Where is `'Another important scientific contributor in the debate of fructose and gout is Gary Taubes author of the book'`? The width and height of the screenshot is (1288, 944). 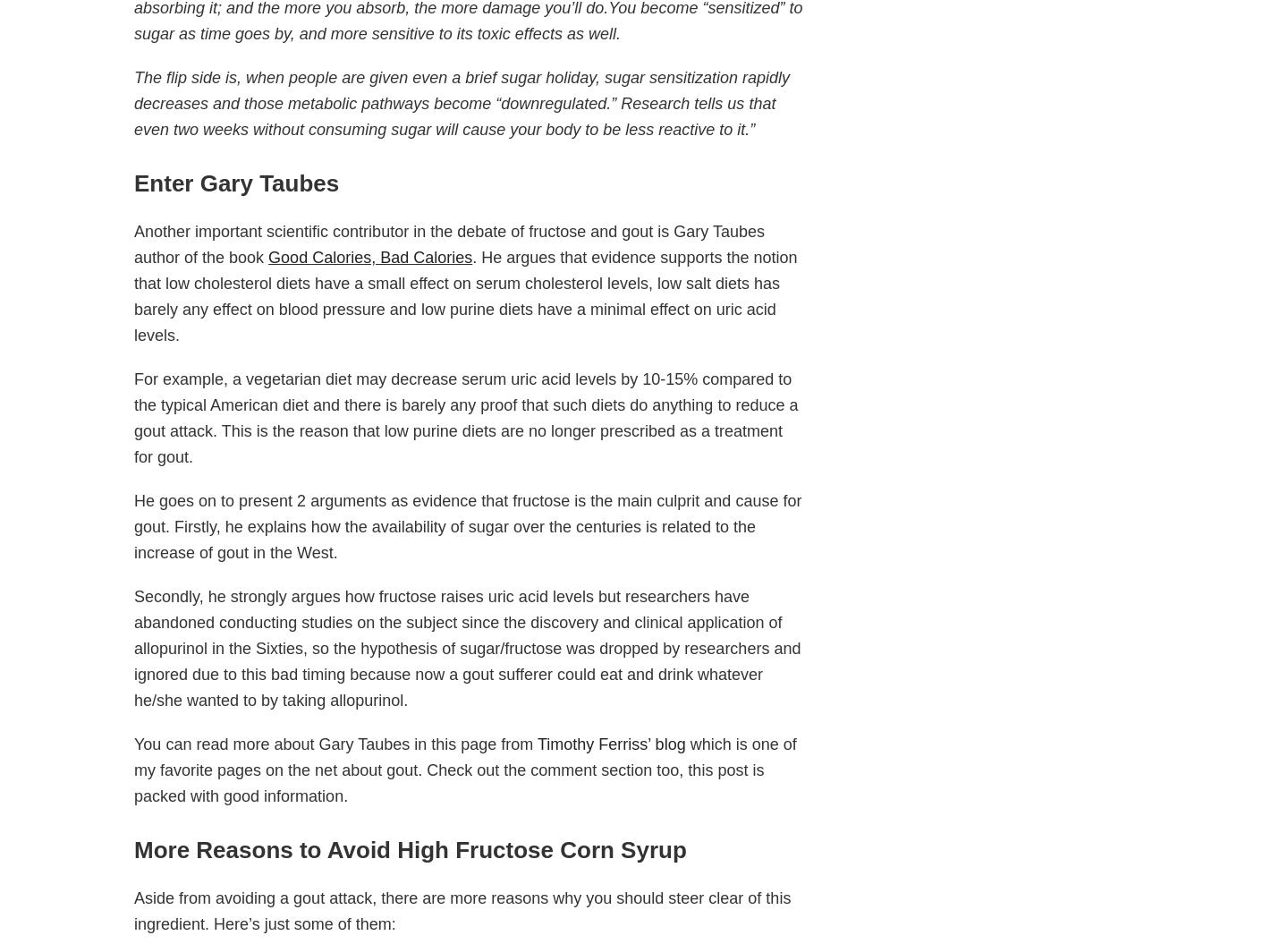
'Another important scientific contributor in the debate of fructose and gout is Gary Taubes author of the book' is located at coordinates (448, 244).